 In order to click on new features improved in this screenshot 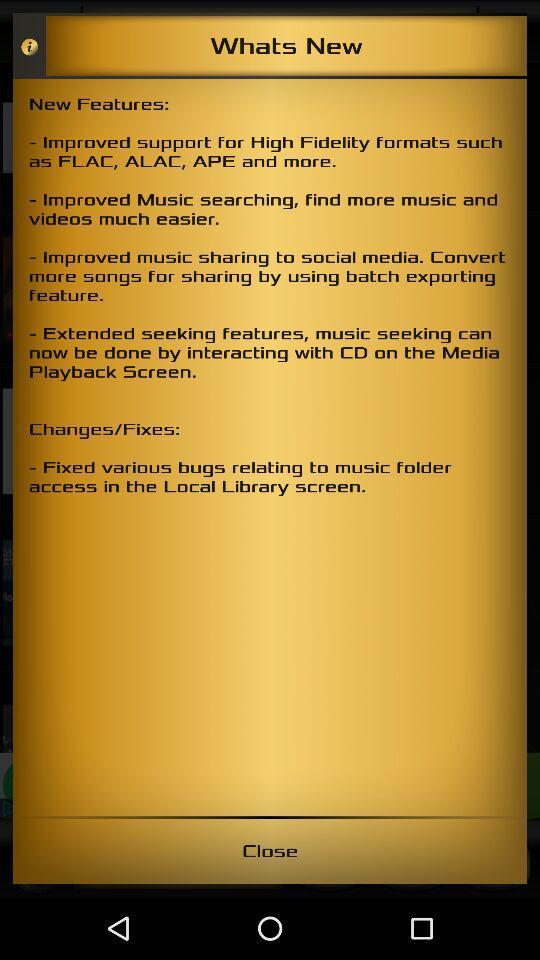, I will do `click(270, 447)`.